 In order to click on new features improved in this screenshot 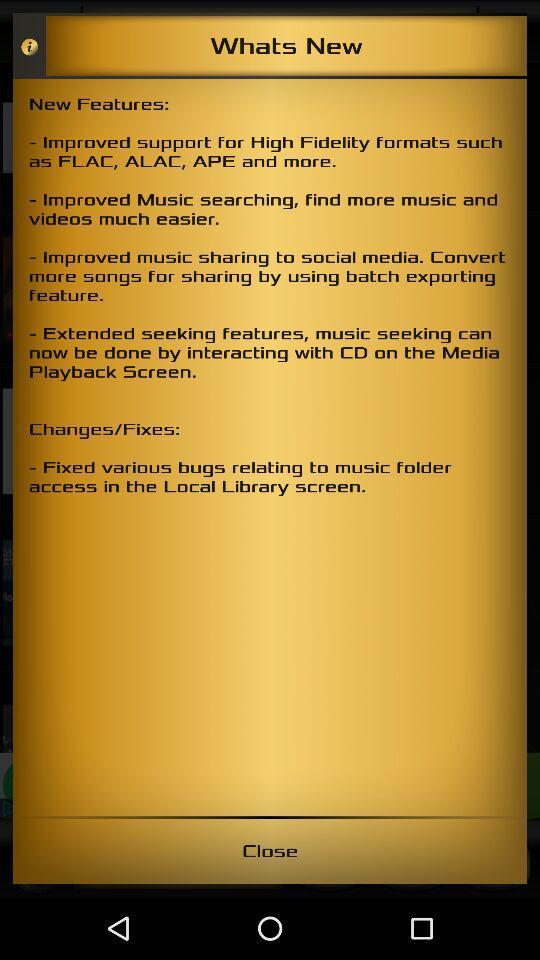, I will do `click(270, 447)`.